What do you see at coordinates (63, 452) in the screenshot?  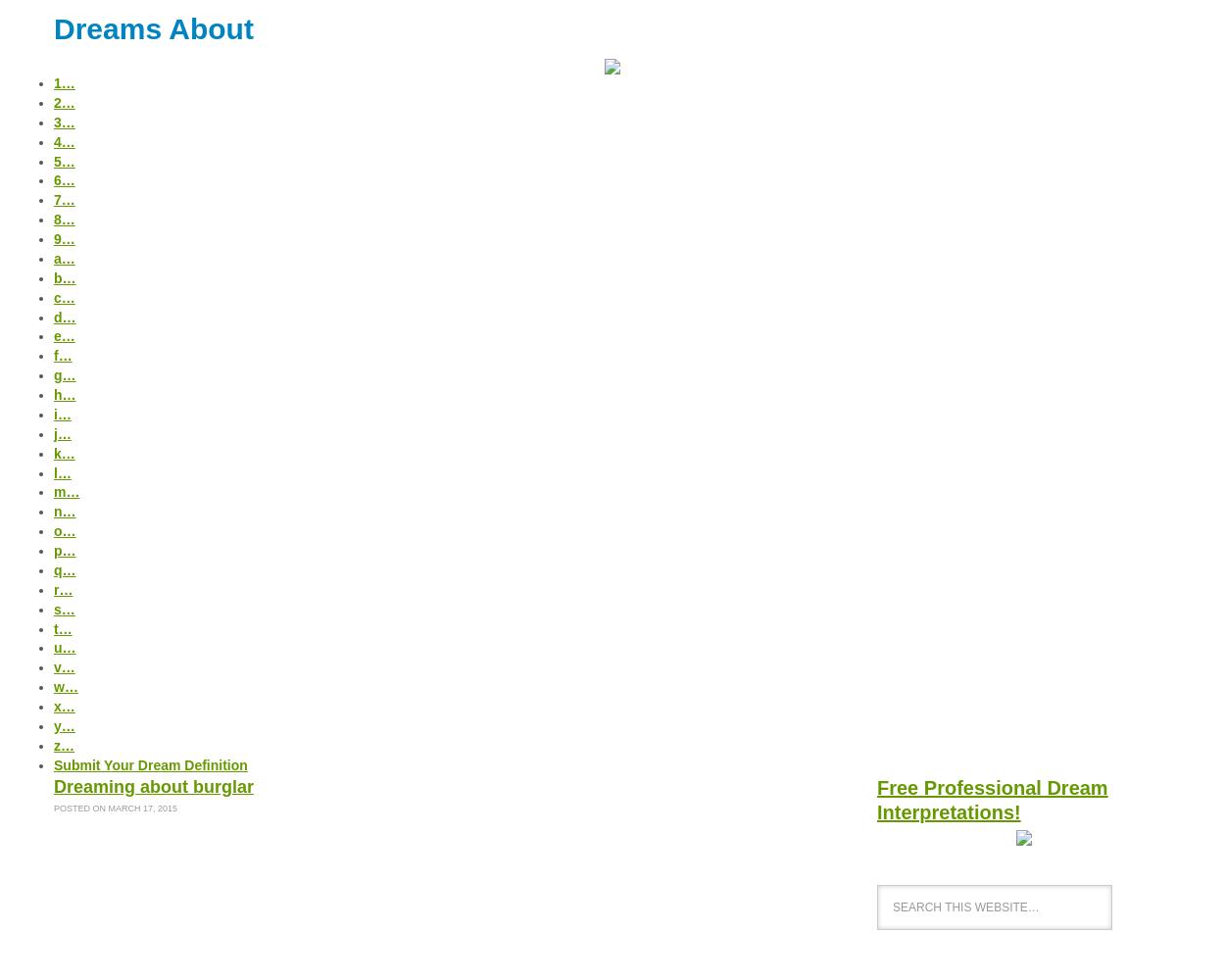 I see `'k…'` at bounding box center [63, 452].